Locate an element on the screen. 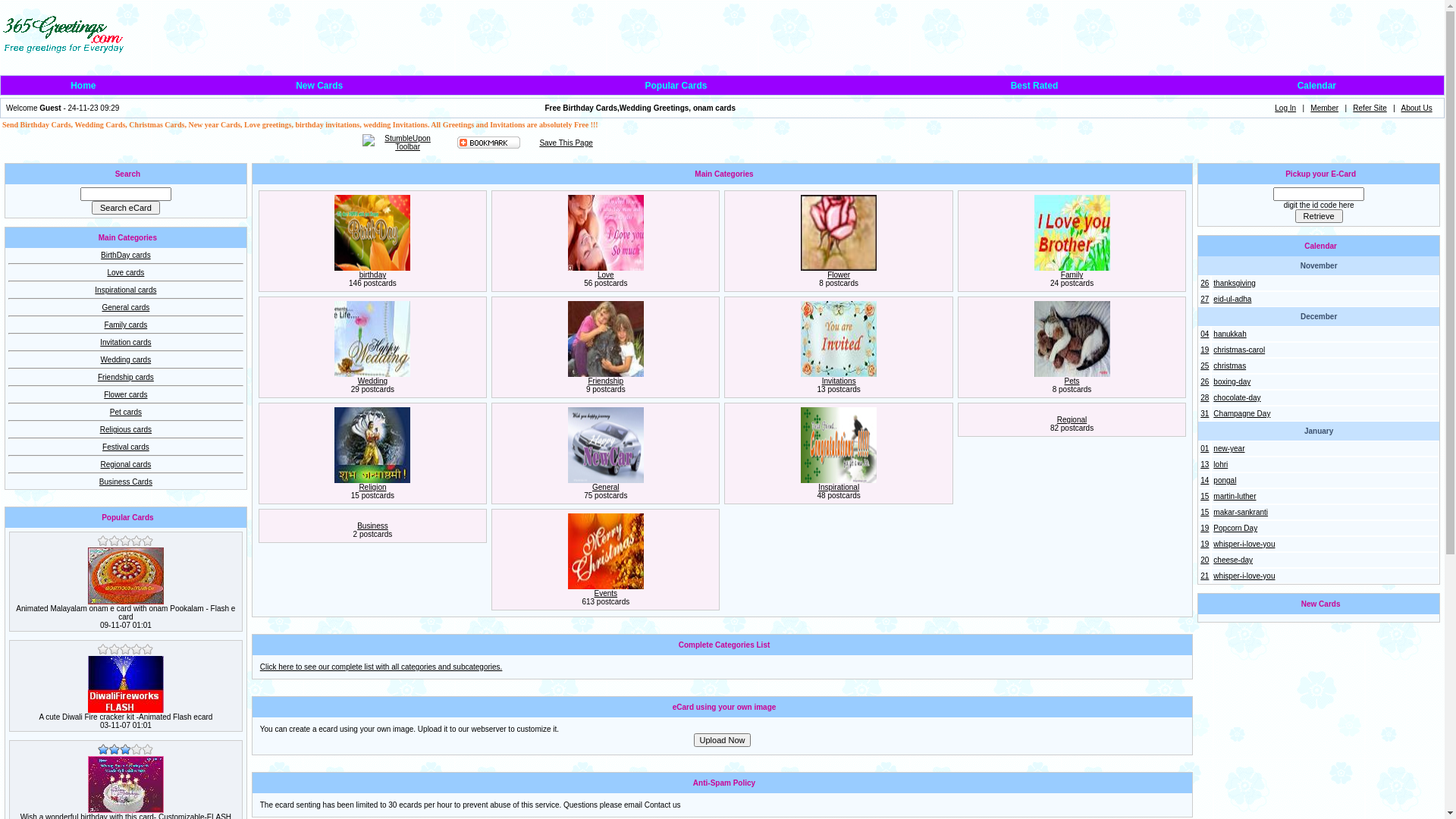  'Pets' is located at coordinates (1072, 380).